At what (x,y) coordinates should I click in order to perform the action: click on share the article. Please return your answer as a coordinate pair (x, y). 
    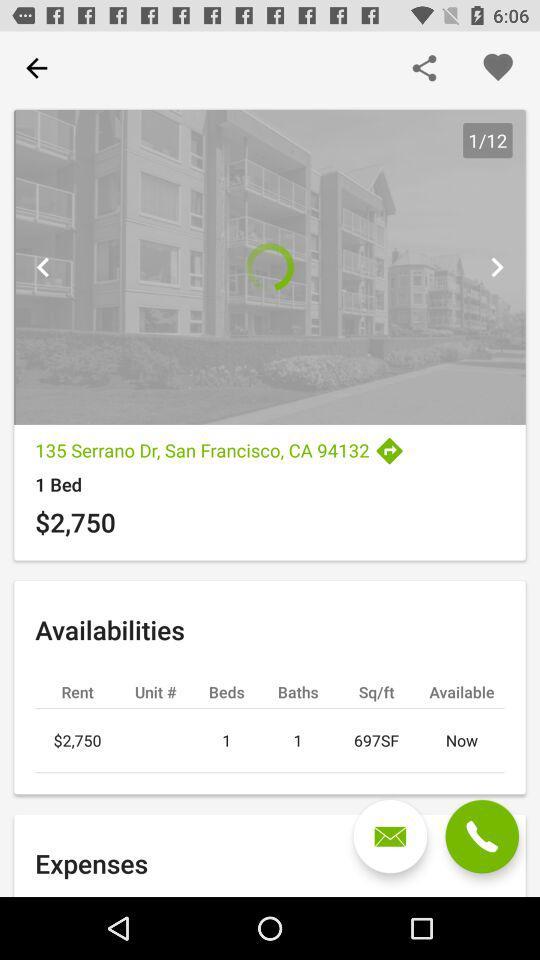
    Looking at the image, I should click on (423, 68).